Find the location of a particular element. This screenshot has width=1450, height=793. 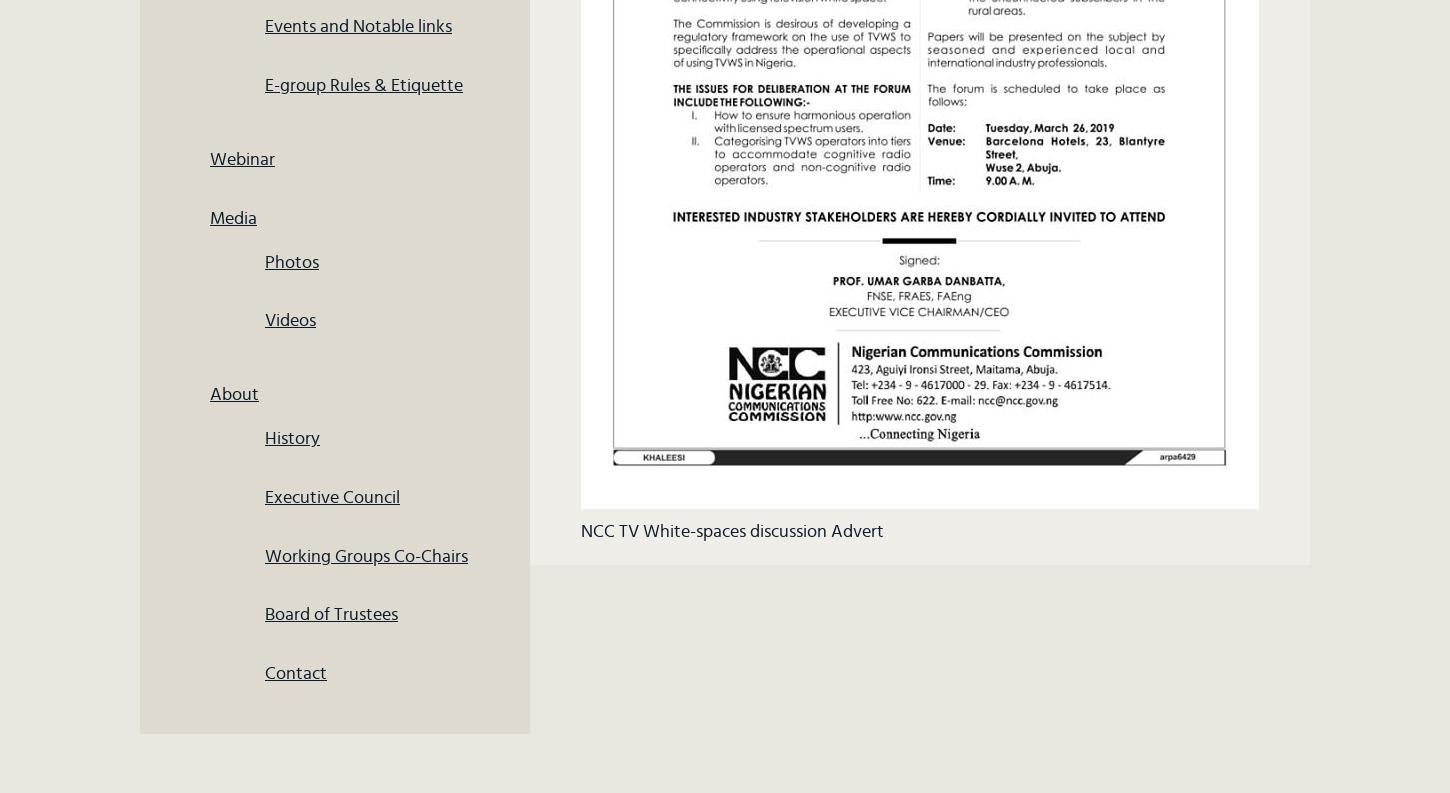

'Videos' is located at coordinates (290, 321).